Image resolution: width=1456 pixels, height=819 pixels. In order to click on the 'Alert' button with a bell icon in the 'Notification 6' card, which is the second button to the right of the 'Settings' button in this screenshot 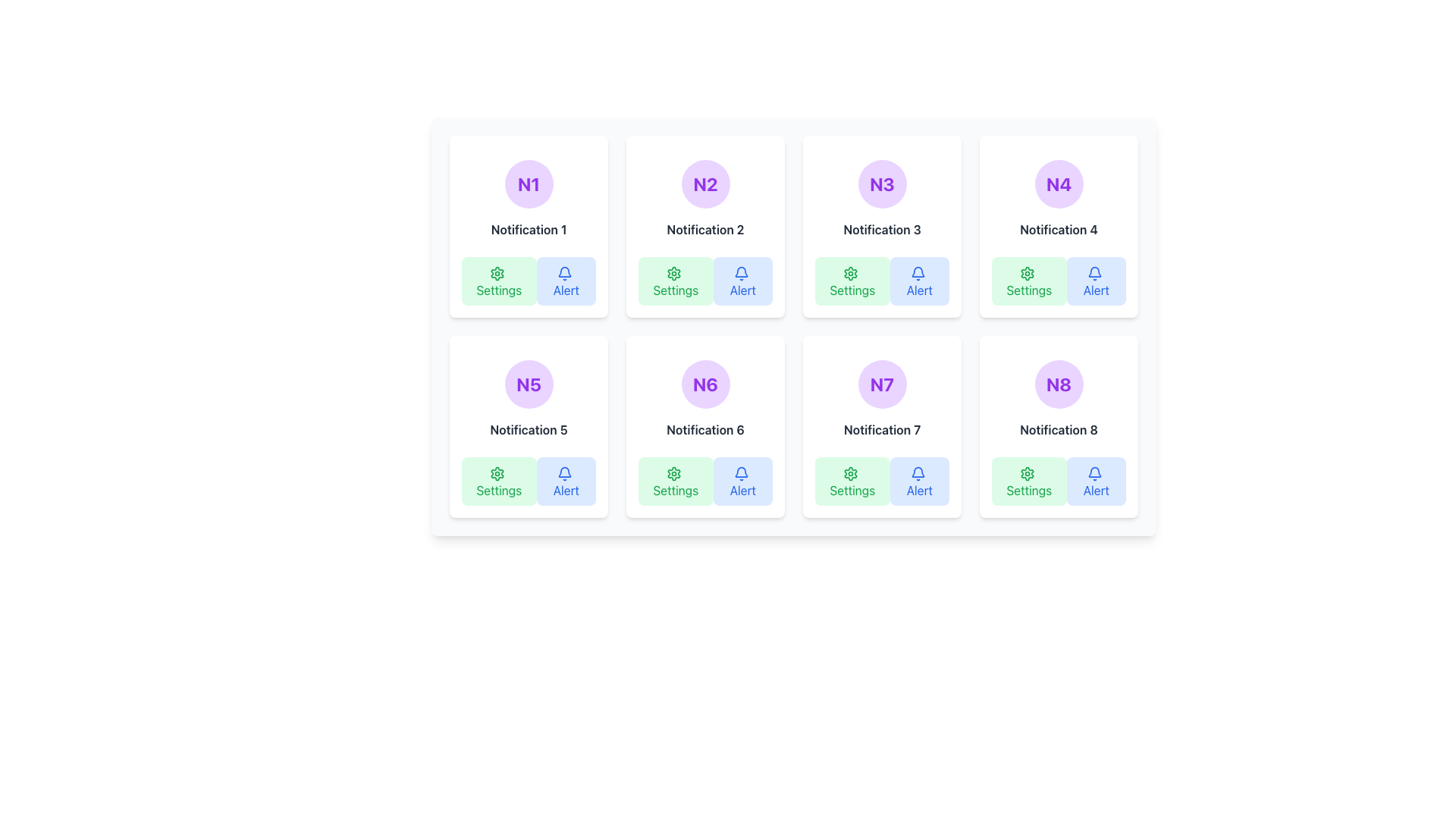, I will do `click(742, 482)`.